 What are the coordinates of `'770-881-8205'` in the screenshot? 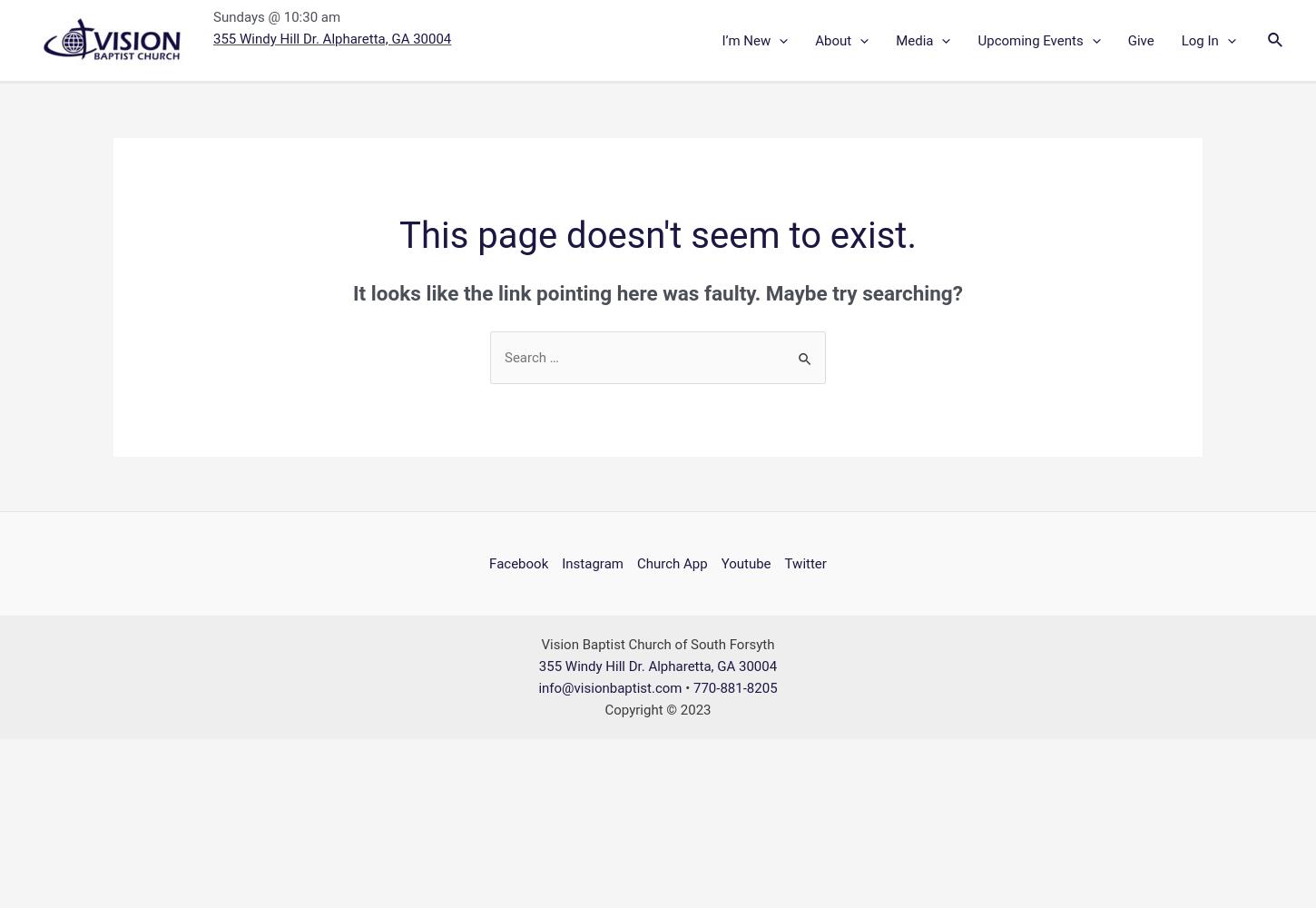 It's located at (734, 687).